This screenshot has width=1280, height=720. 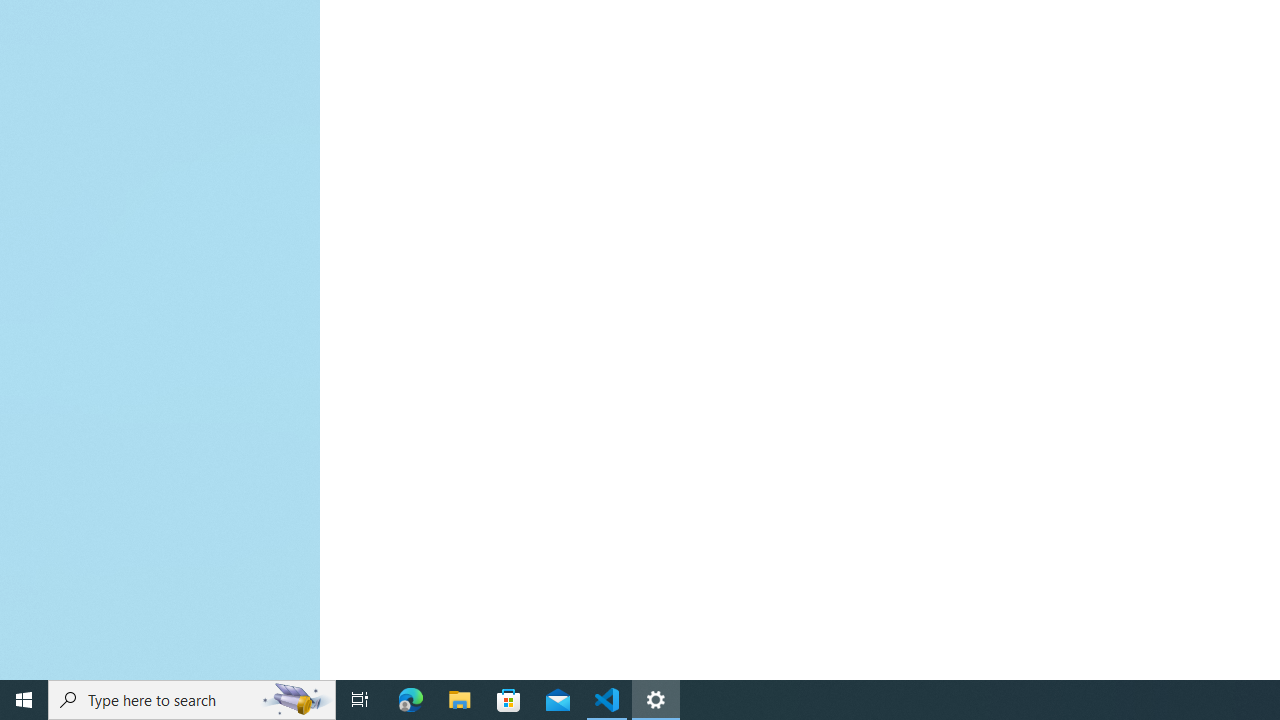 I want to click on 'Microsoft Edge', so click(x=410, y=698).